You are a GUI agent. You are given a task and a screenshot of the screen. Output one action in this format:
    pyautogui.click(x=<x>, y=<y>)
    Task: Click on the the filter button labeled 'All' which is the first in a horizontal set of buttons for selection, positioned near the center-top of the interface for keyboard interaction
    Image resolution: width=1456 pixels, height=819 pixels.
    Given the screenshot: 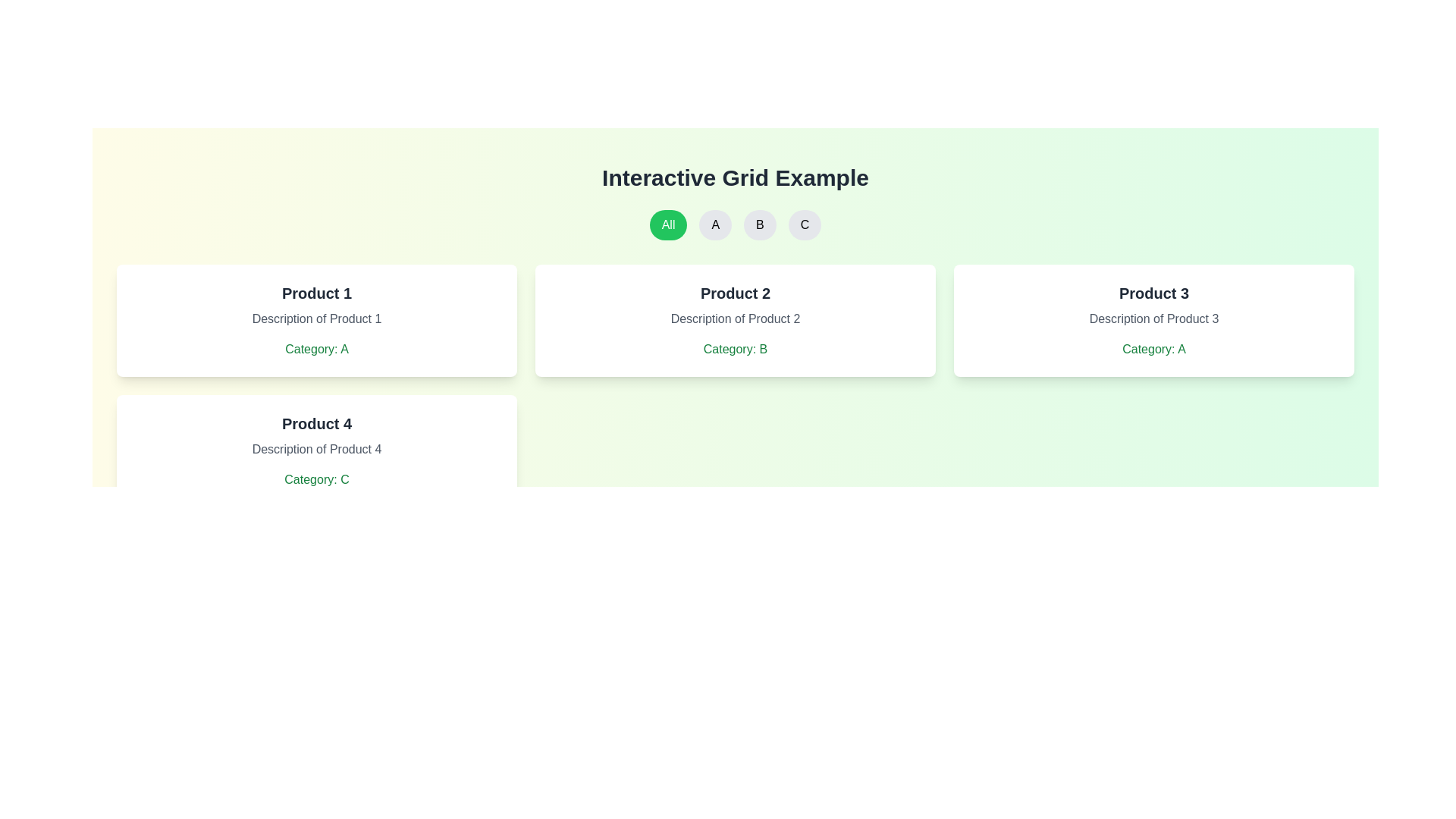 What is the action you would take?
    pyautogui.click(x=667, y=225)
    